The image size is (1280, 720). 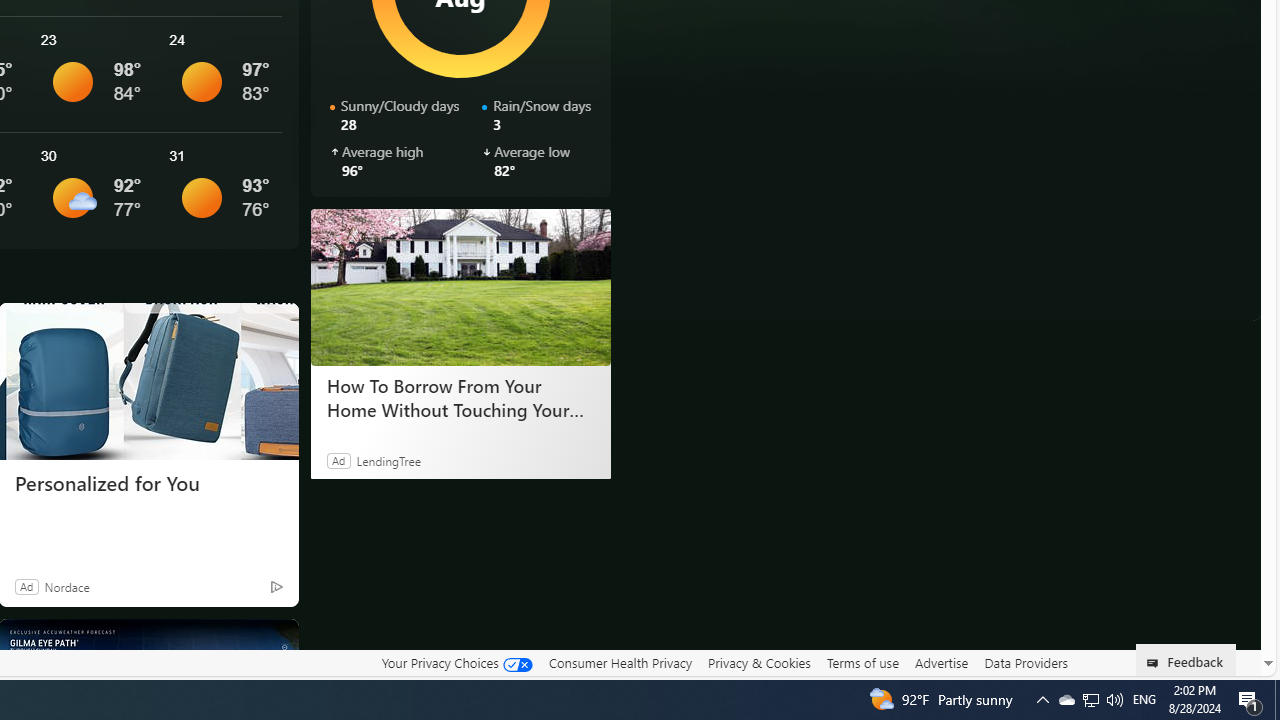 I want to click on 'Data Providers', so click(x=1025, y=663).